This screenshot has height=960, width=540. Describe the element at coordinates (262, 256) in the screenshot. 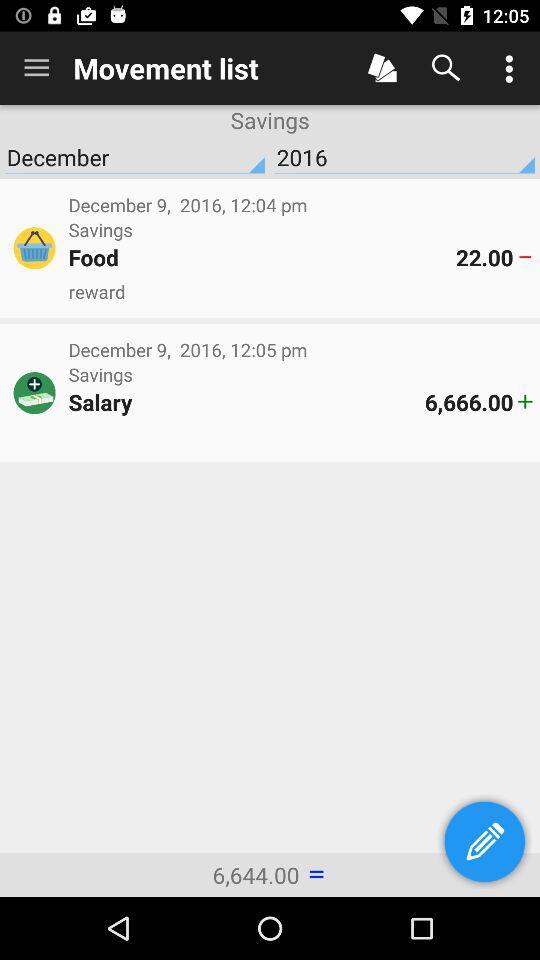

I see `the food icon` at that location.